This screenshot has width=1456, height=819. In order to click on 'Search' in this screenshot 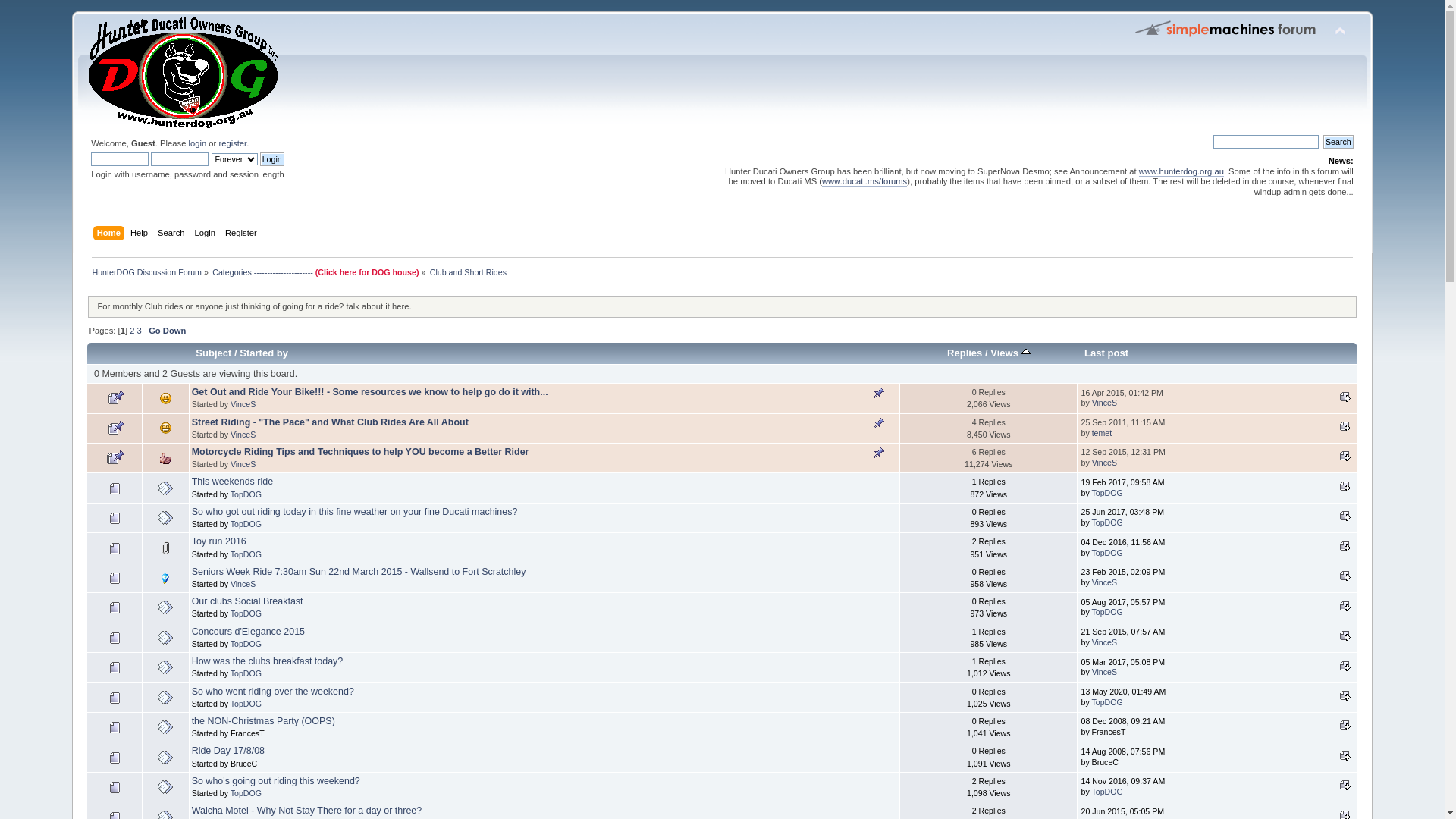, I will do `click(157, 234)`.